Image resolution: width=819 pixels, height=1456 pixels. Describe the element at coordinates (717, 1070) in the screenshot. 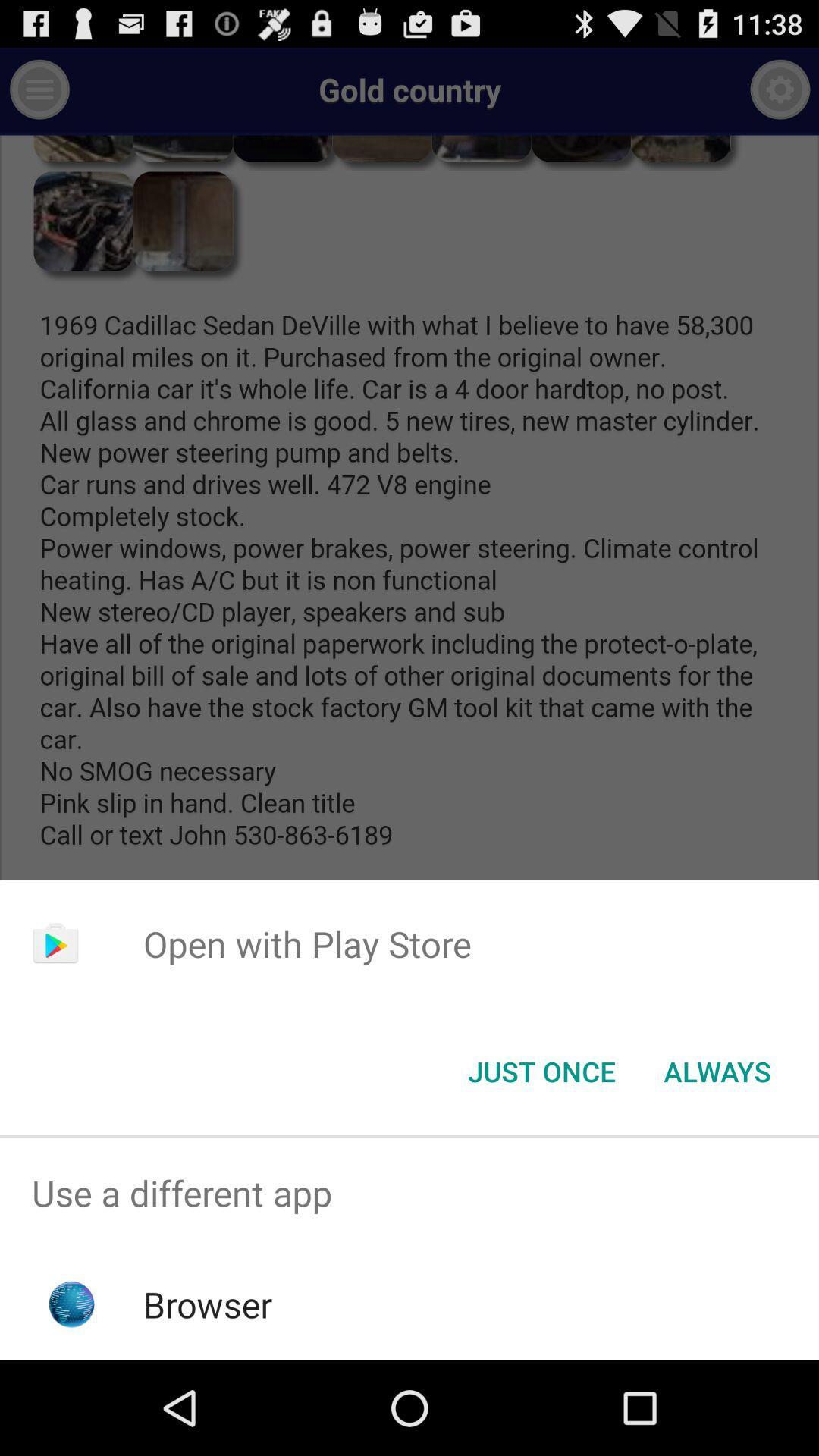

I see `the always` at that location.